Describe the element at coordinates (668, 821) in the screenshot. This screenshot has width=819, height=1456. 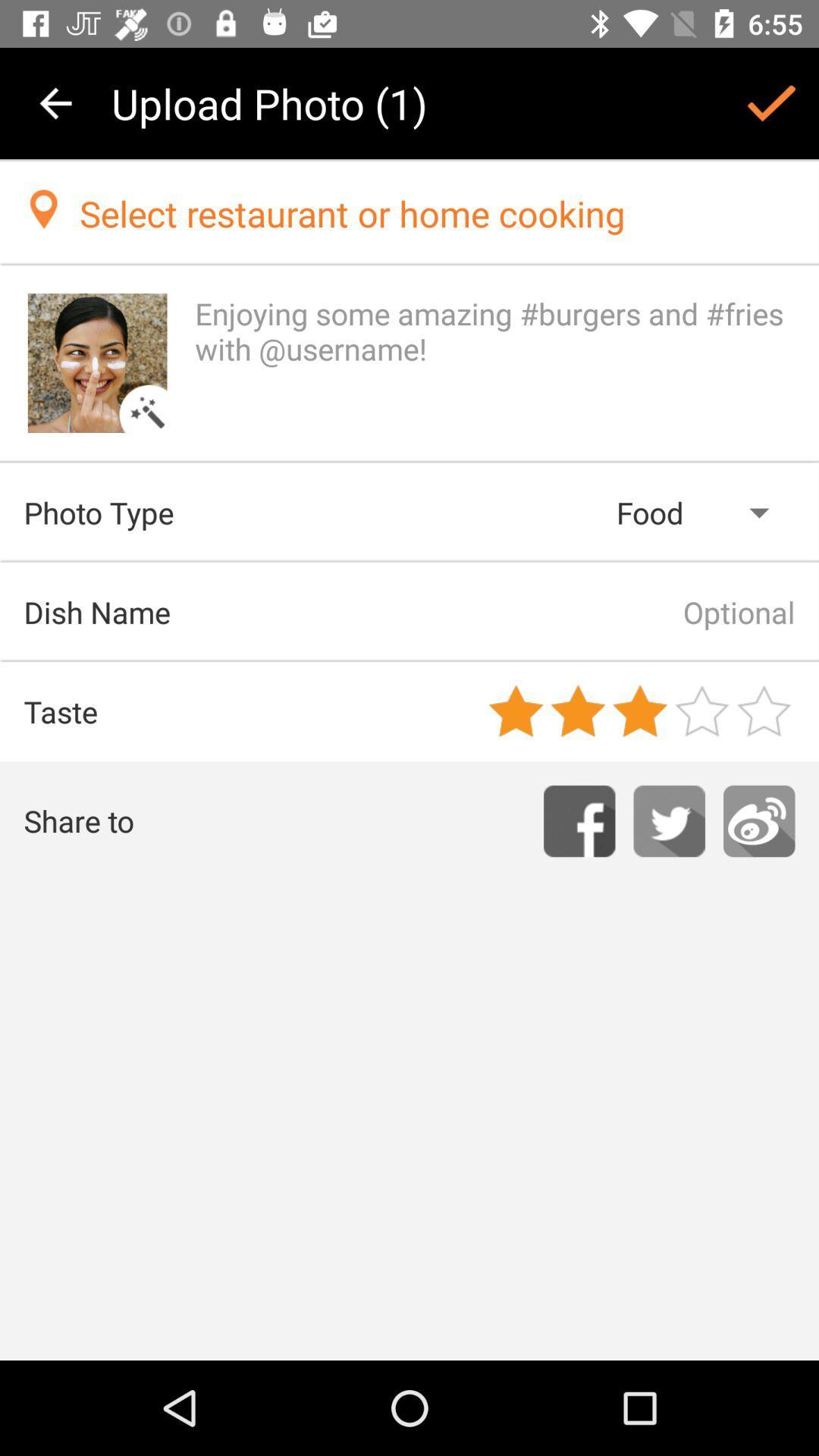
I see `share to twitter` at that location.